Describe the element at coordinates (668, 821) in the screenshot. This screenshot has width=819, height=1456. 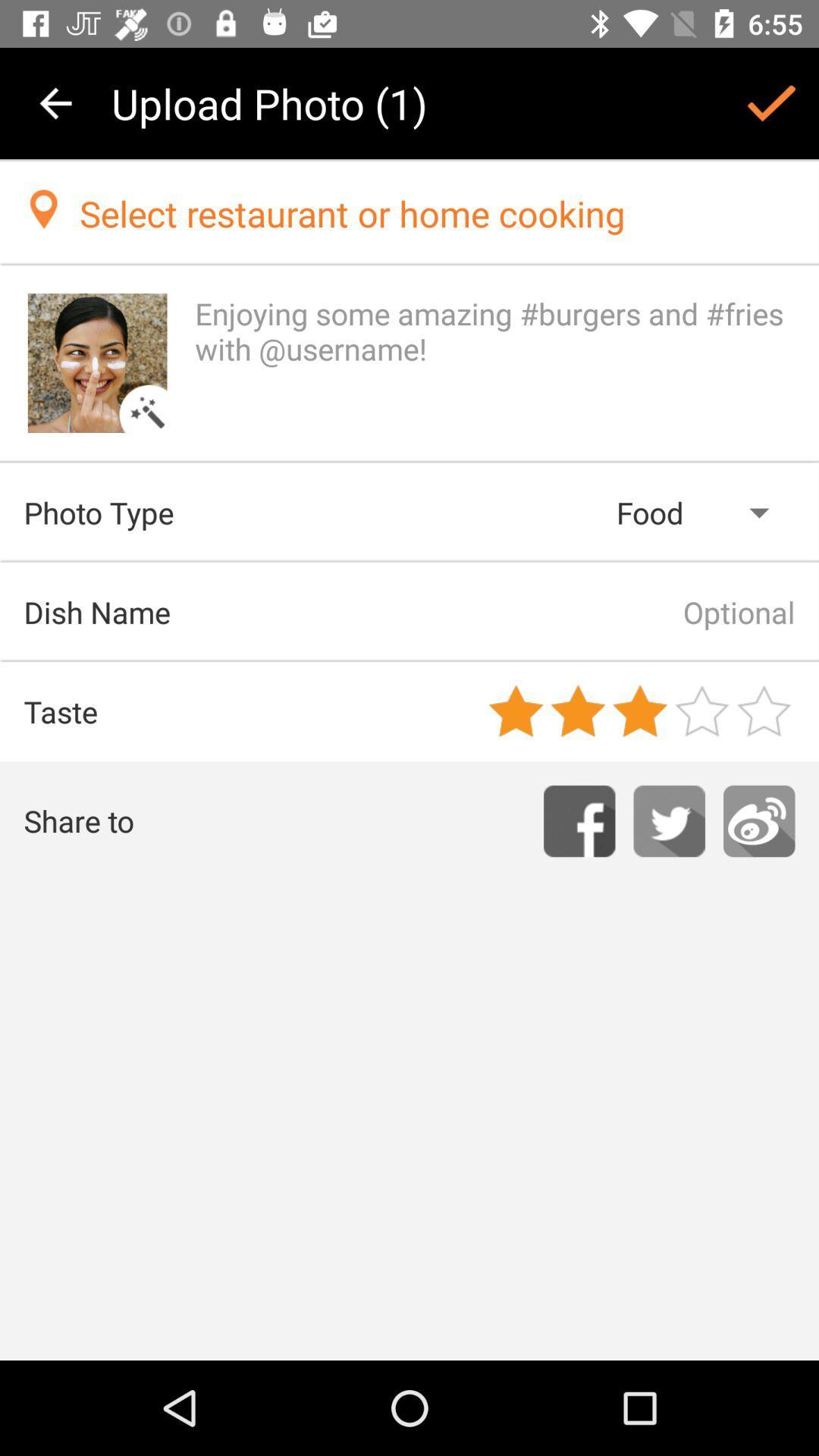
I see `share to twitter` at that location.